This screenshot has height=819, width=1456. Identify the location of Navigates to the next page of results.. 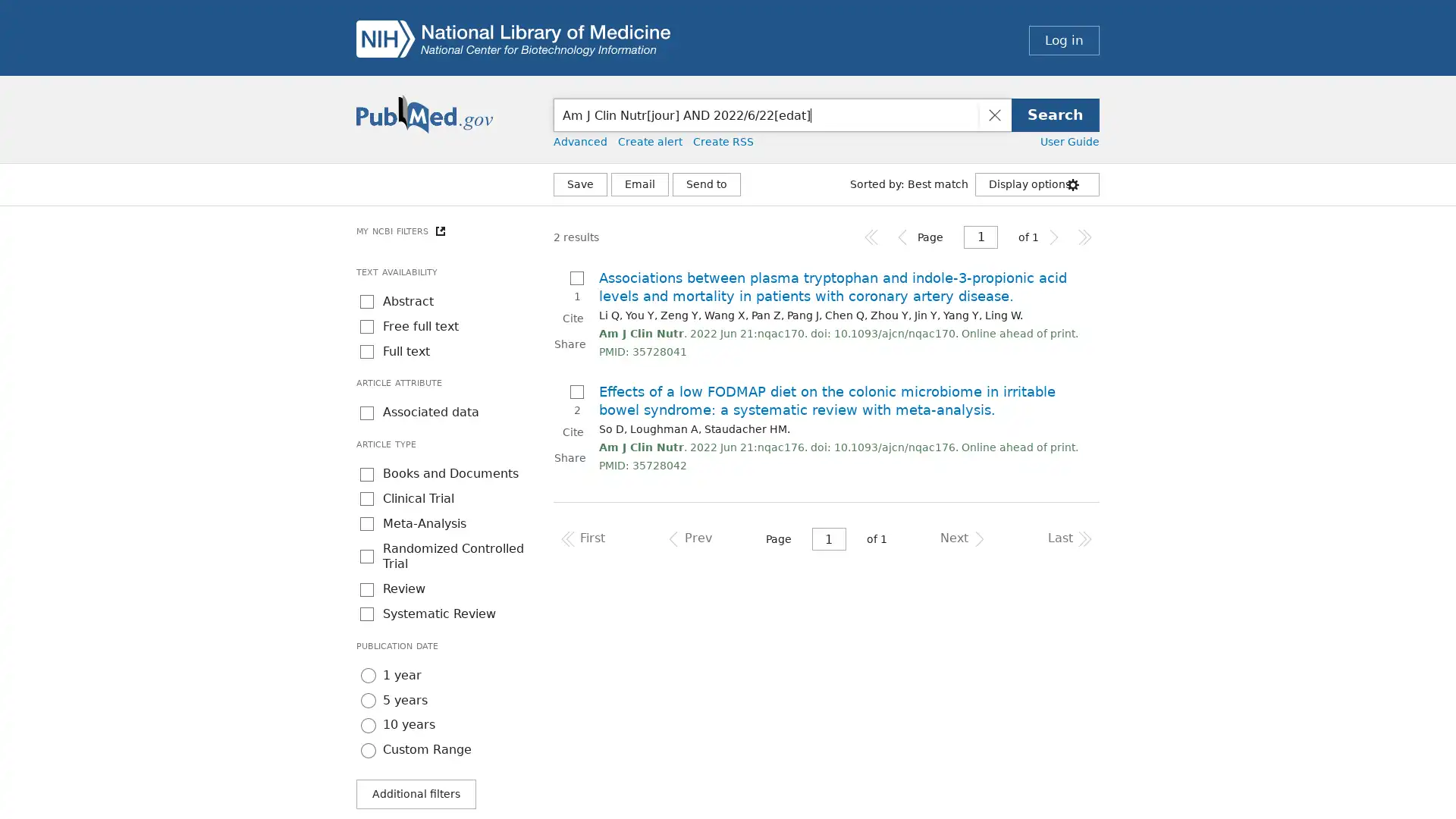
(1053, 237).